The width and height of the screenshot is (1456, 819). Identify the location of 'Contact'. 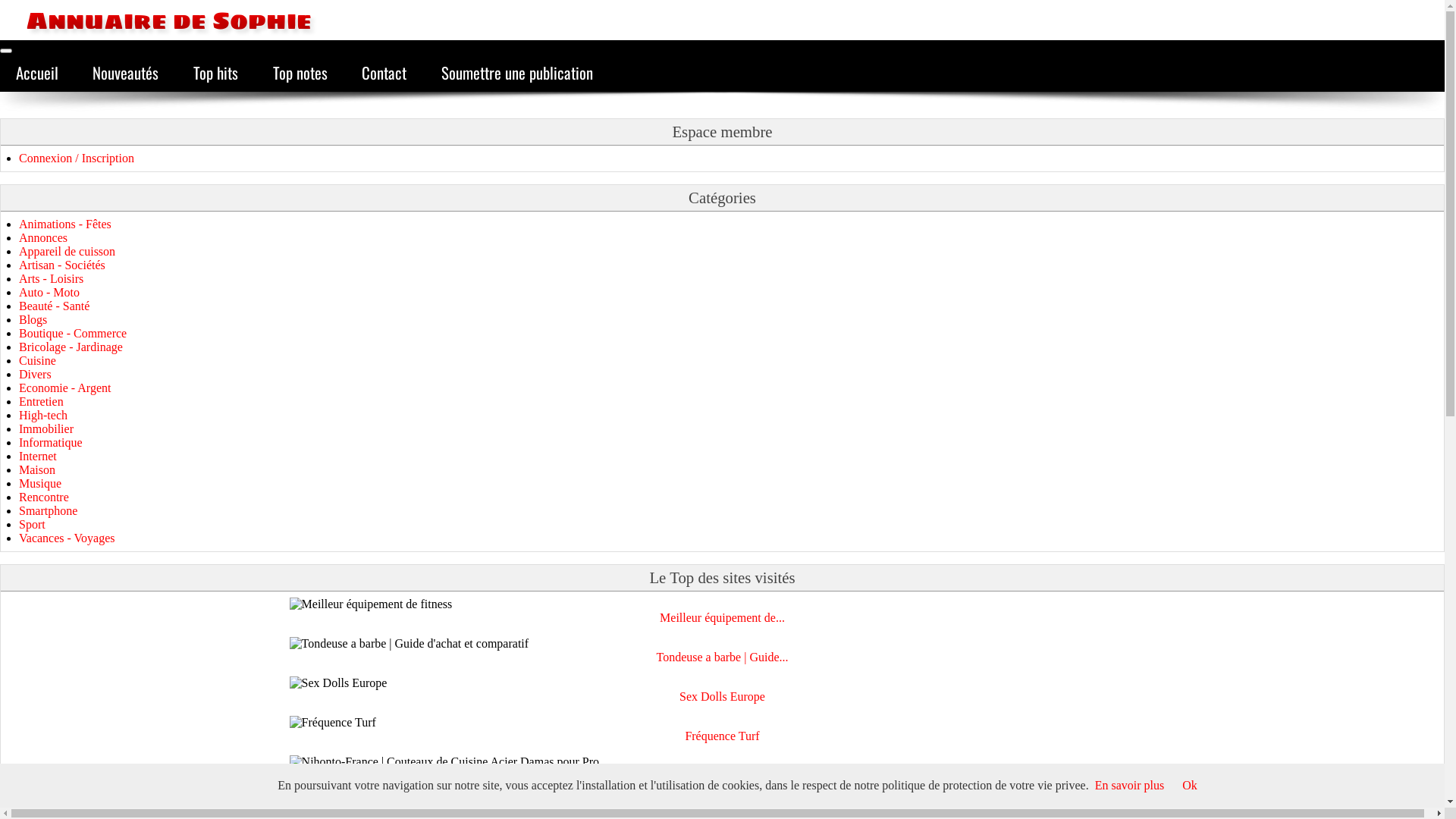
(345, 73).